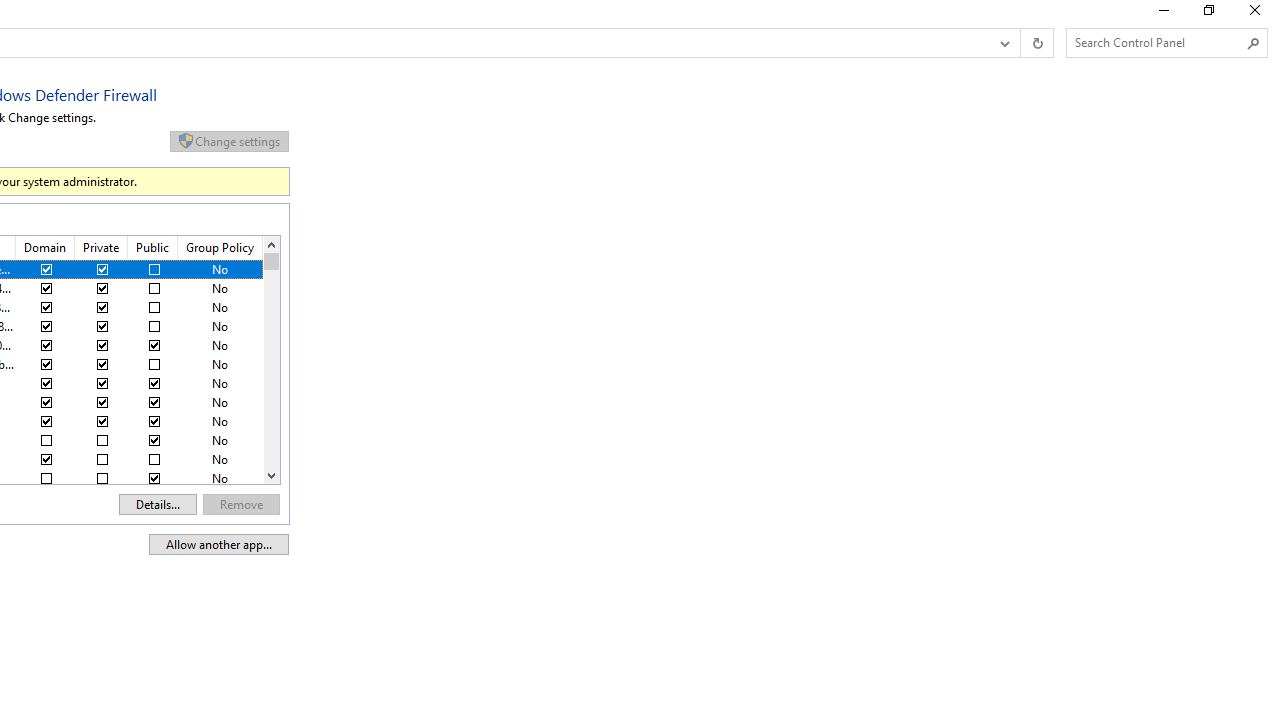  Describe the element at coordinates (1020, 43) in the screenshot. I see `'Address band toolbar'` at that location.